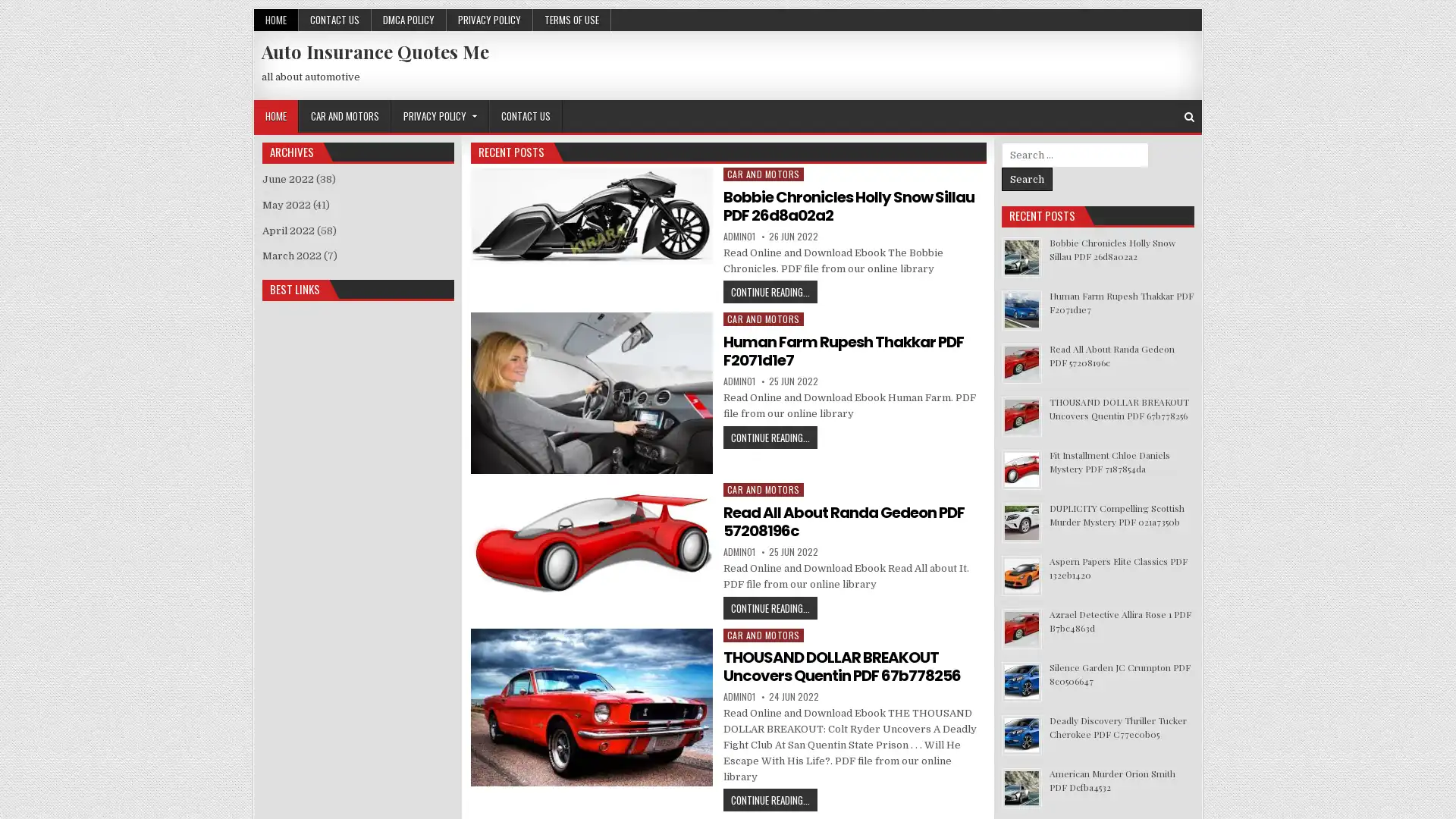 The width and height of the screenshot is (1456, 819). I want to click on Search, so click(1027, 178).